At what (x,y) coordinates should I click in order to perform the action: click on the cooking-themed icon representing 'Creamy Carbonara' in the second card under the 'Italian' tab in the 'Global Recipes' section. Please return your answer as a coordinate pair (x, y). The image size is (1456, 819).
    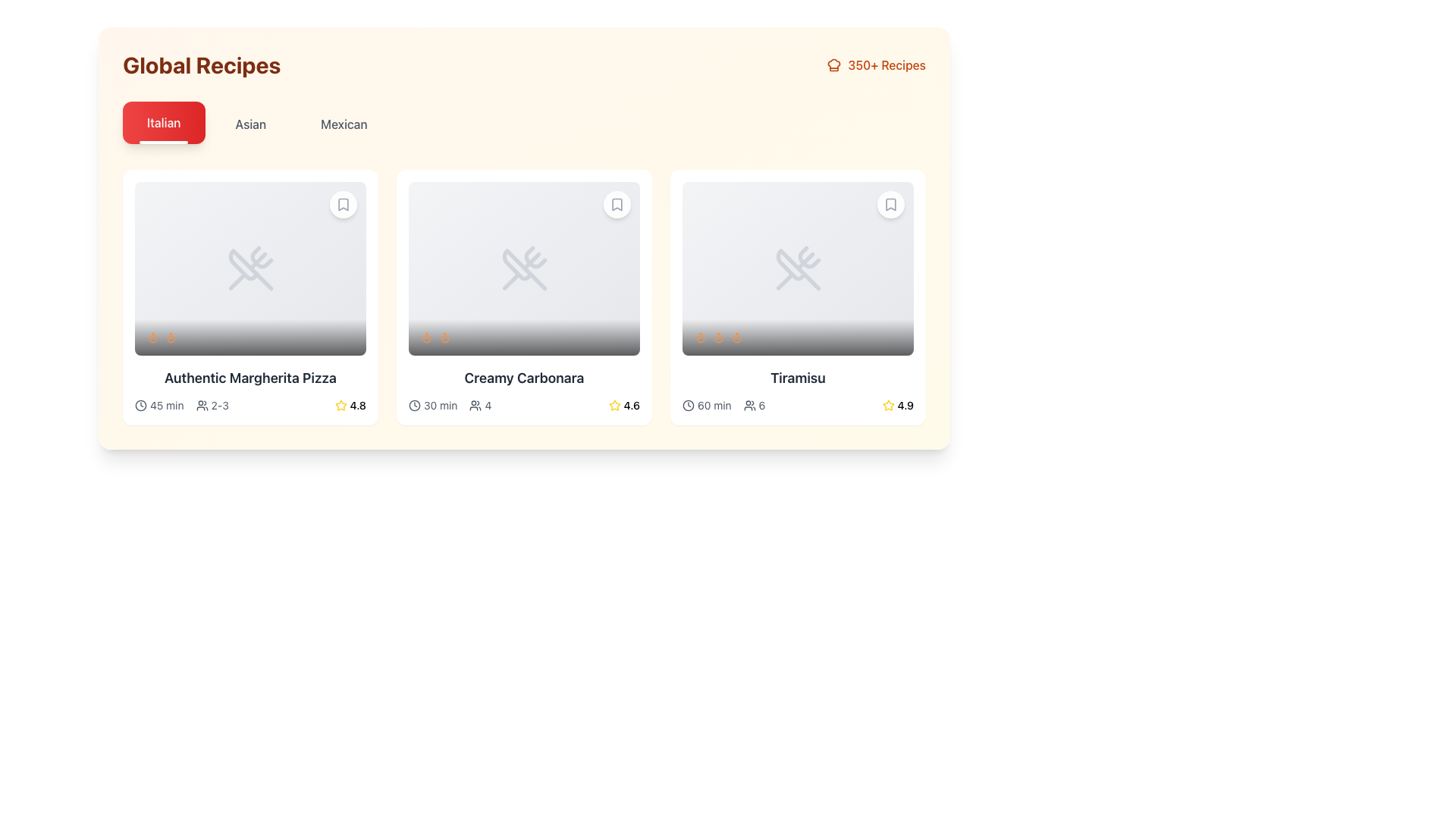
    Looking at the image, I should click on (524, 268).